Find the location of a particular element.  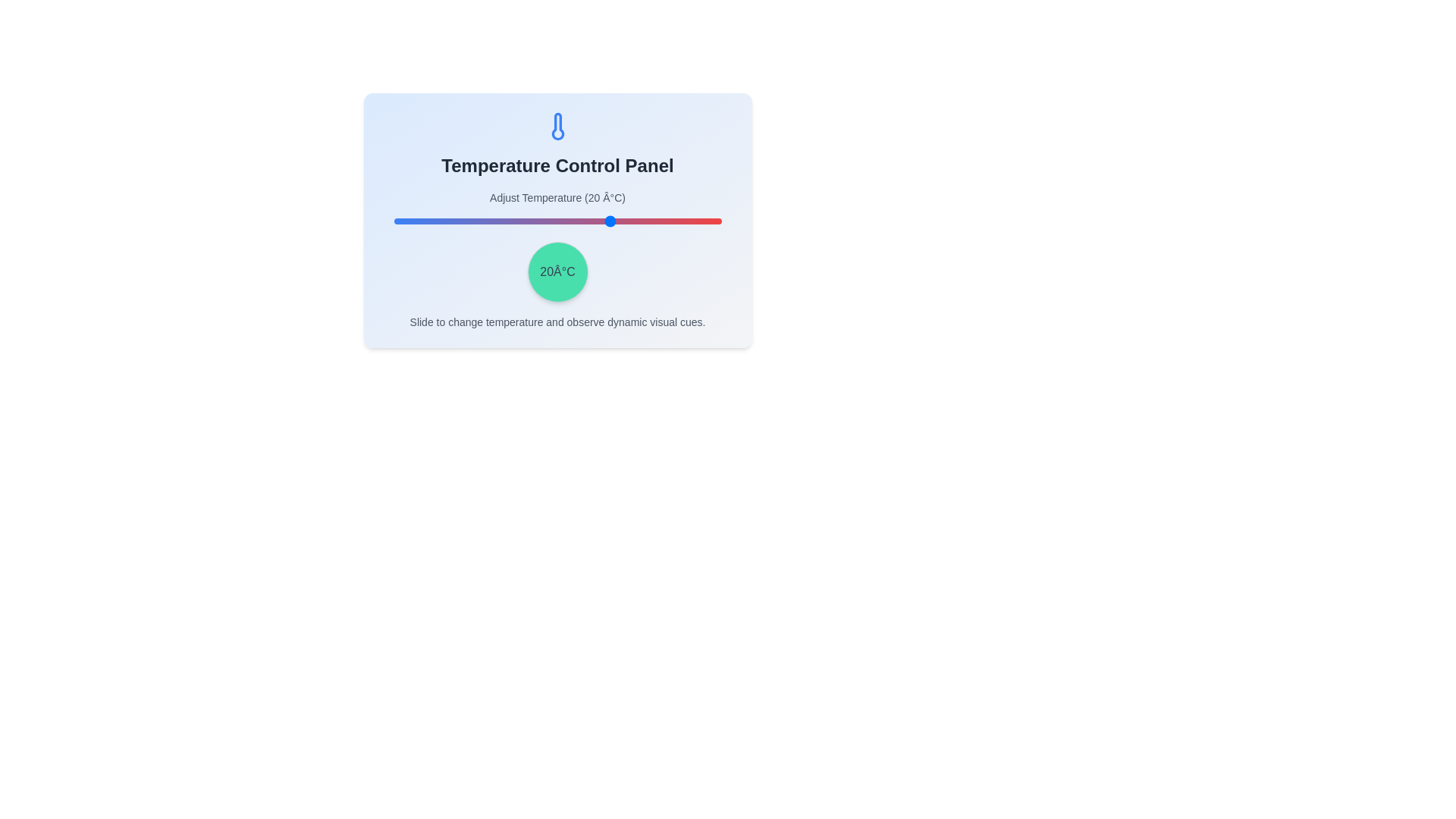

the temperature slider to 29°C is located at coordinates (645, 221).